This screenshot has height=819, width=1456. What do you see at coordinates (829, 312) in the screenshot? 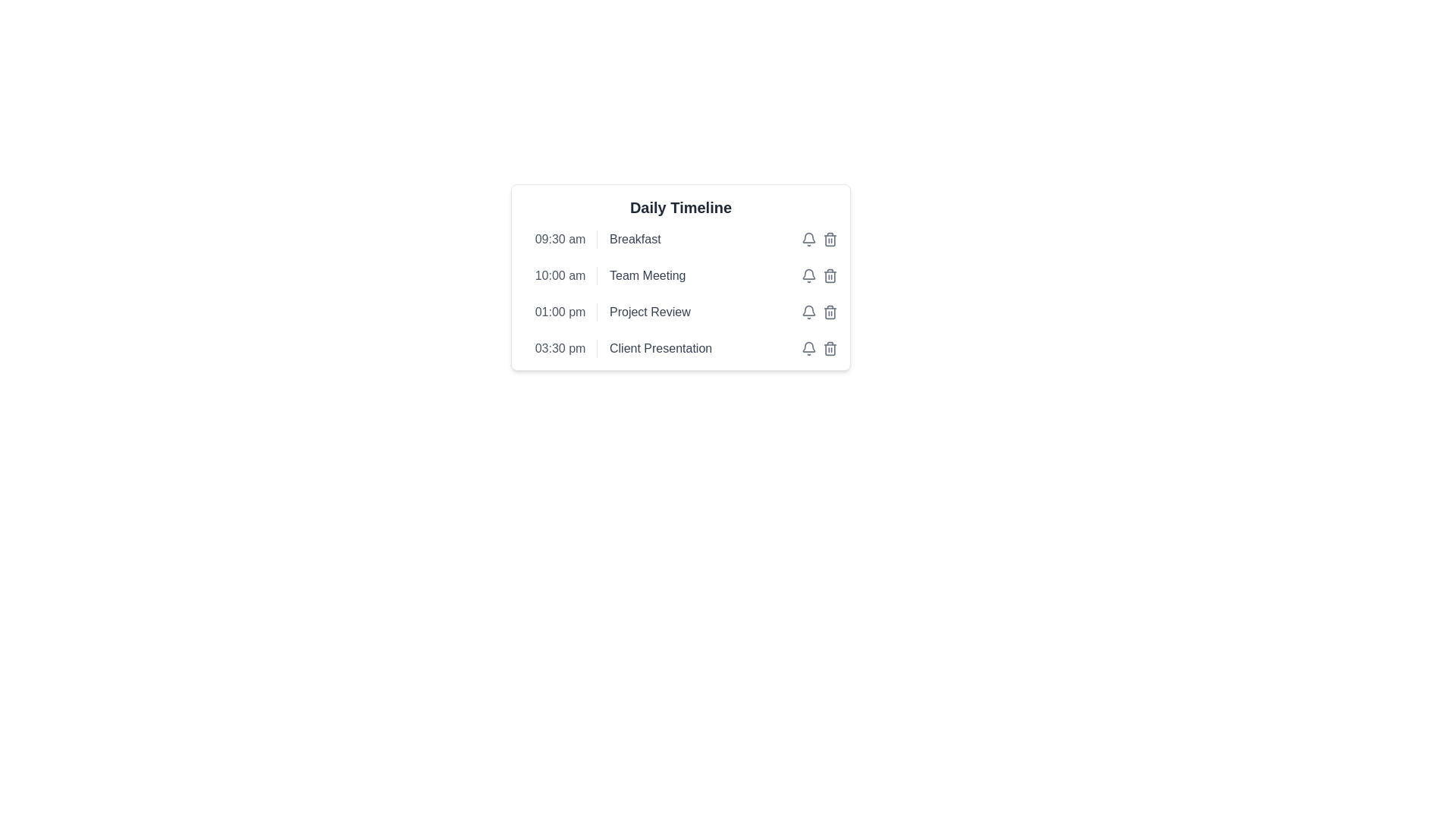
I see `the small gray trashcan icon button located in the fourth column of the fourth row, adjacent to the '1:00 pm Project Review' row entry` at bounding box center [829, 312].